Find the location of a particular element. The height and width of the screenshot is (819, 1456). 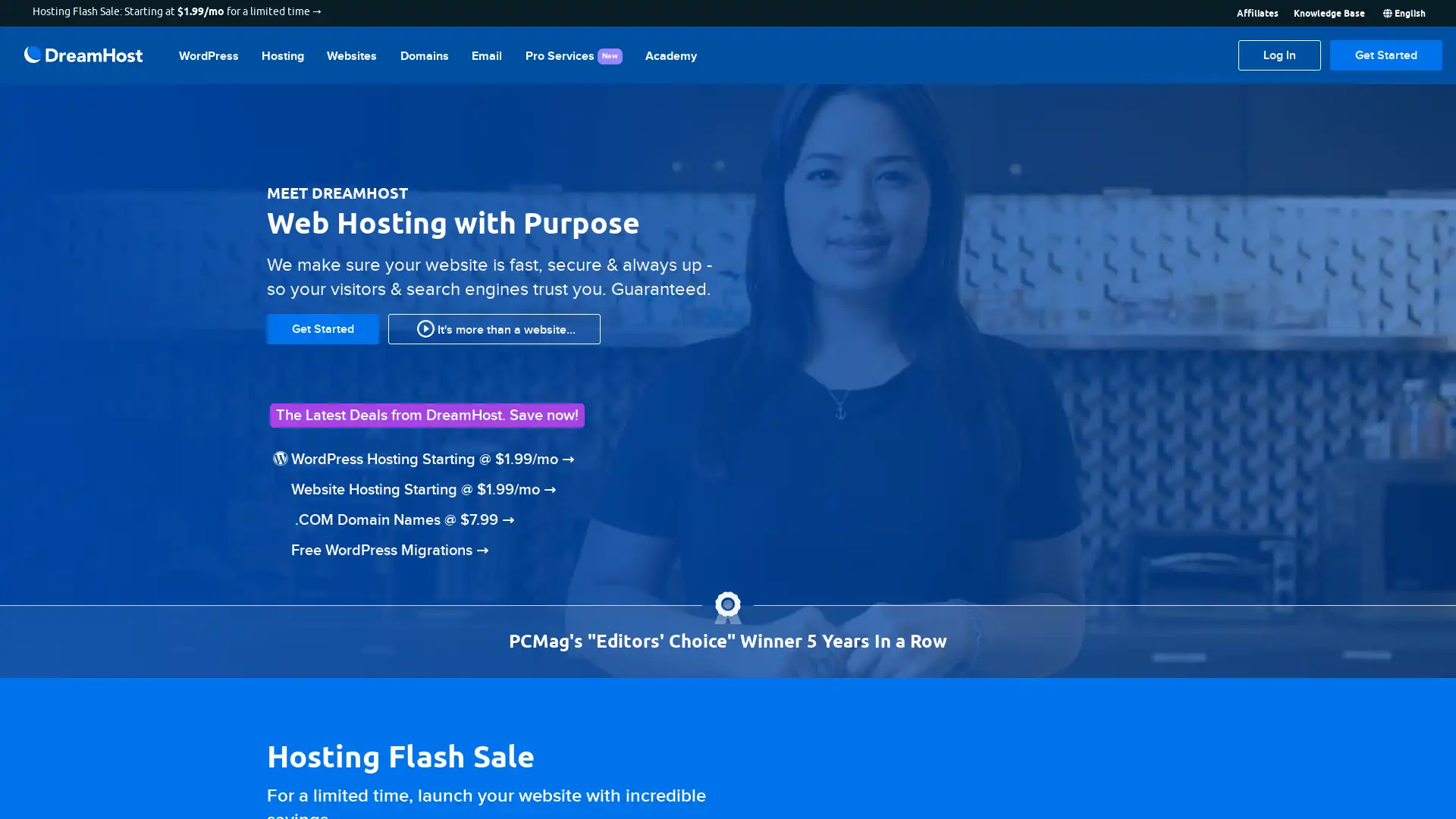

Get Started is located at coordinates (322, 327).